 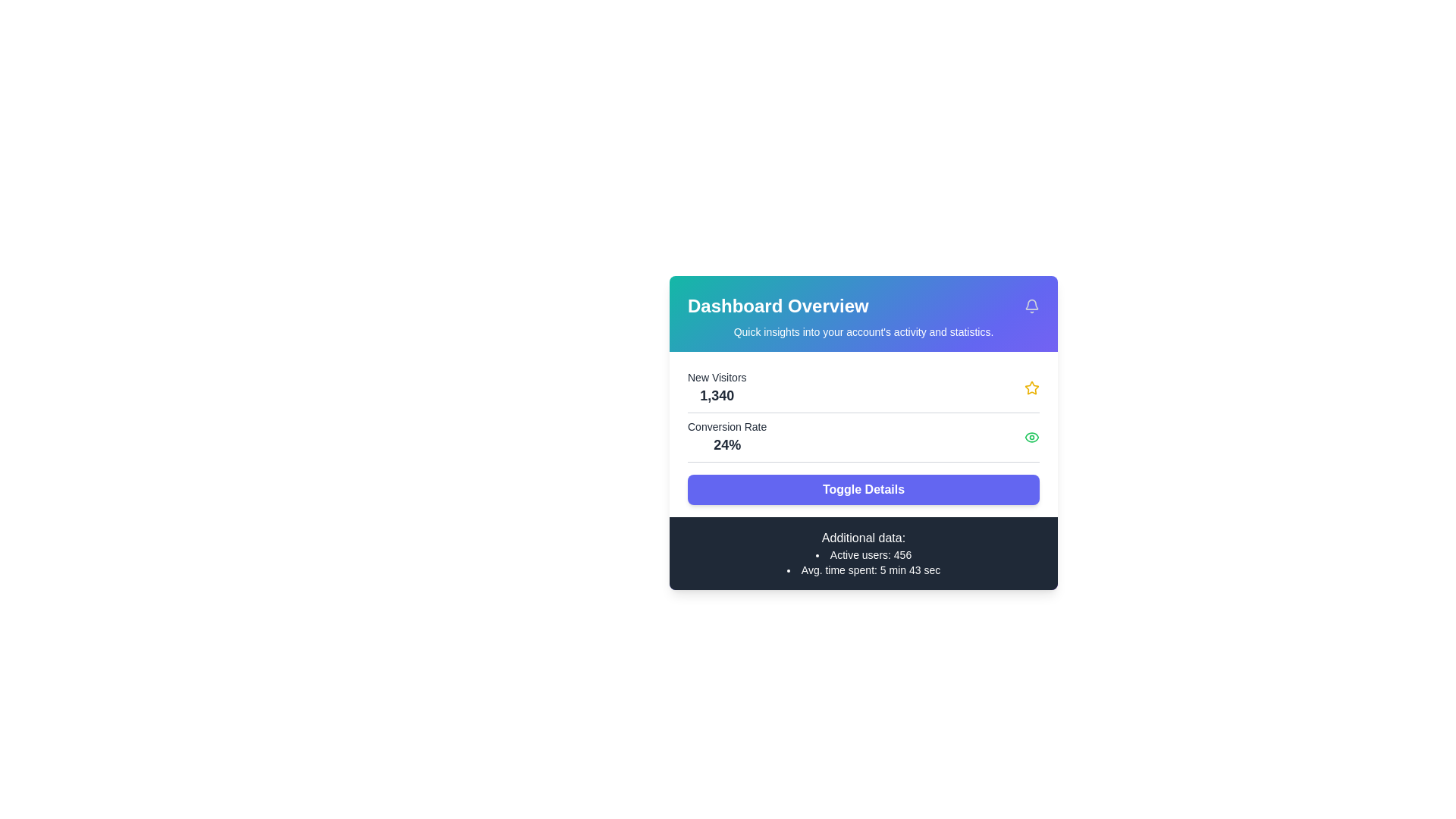 What do you see at coordinates (1031, 306) in the screenshot?
I see `the notification bell icon located at the far right of the 'Dashboard Overview' header` at bounding box center [1031, 306].